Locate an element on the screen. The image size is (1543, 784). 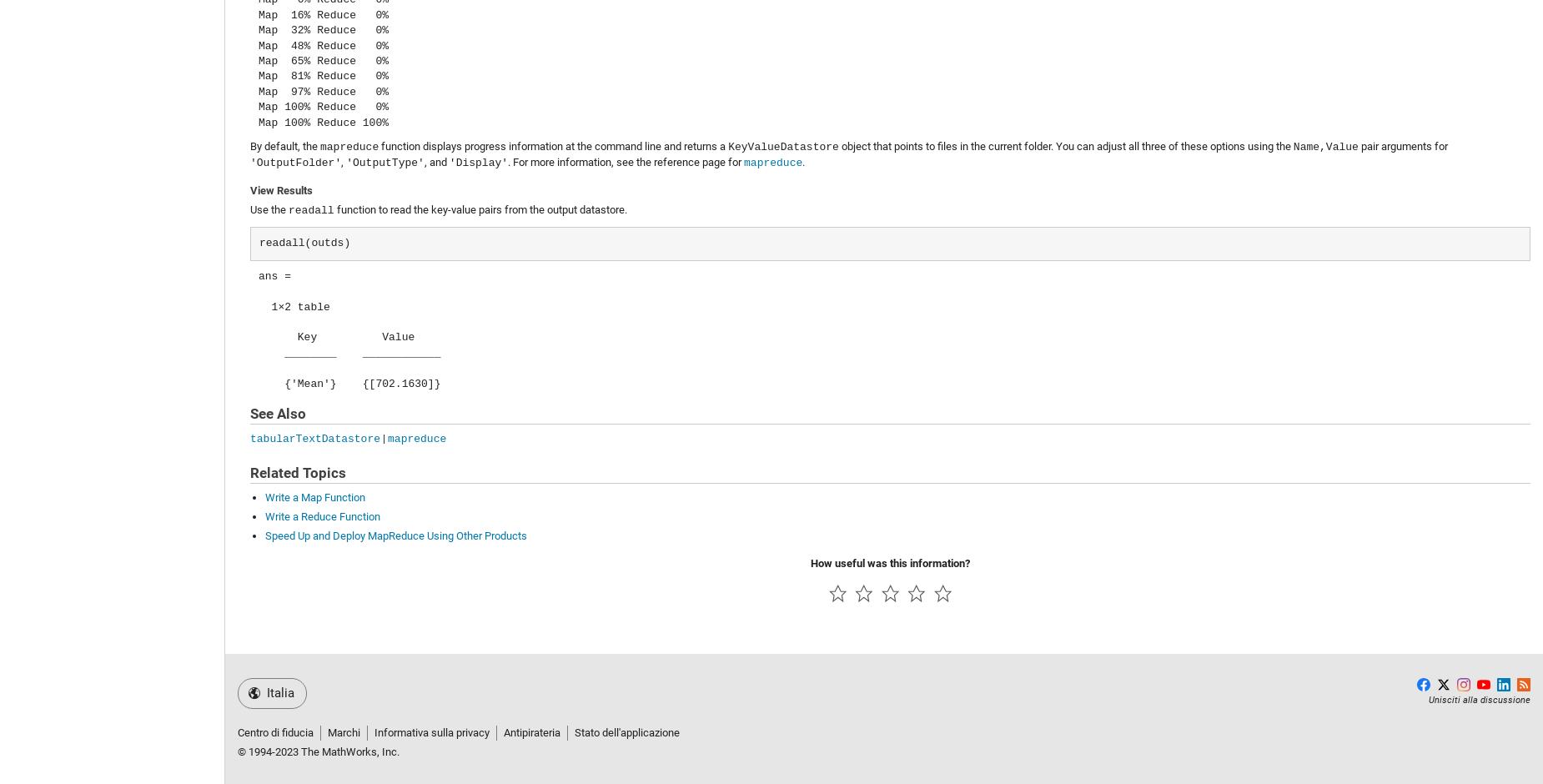
'See Also' is located at coordinates (277, 414).